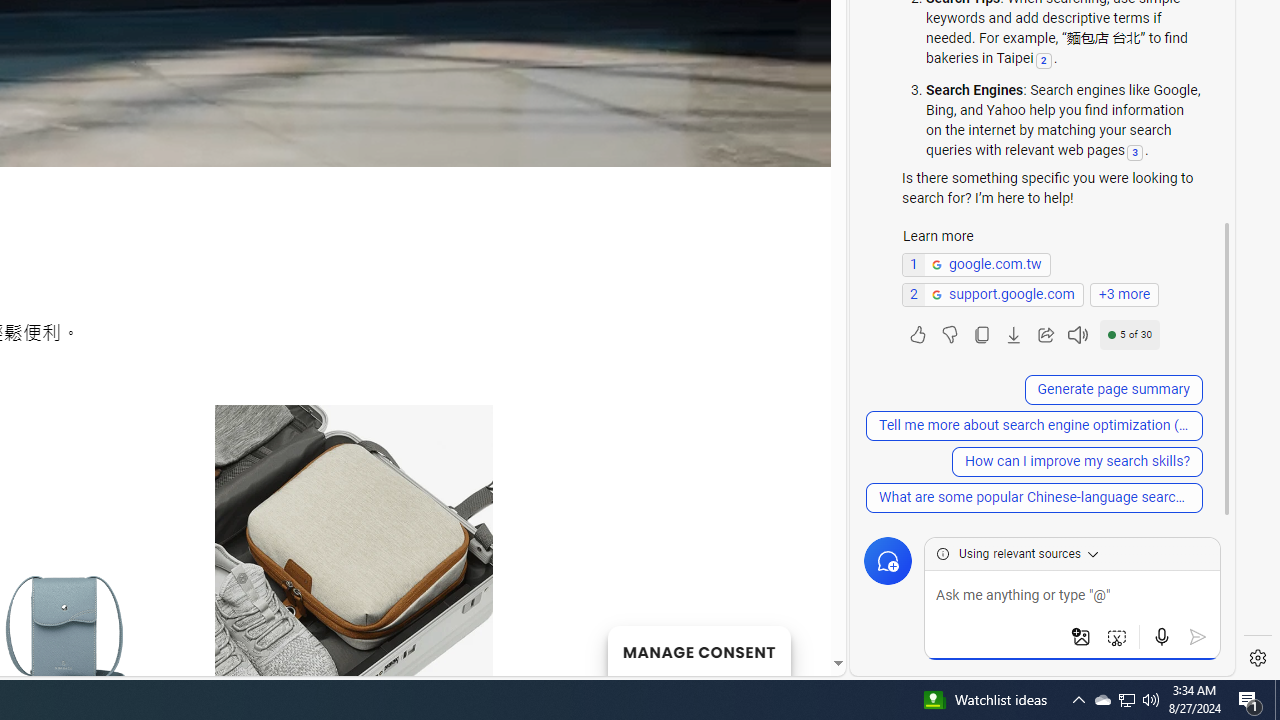  Describe the element at coordinates (698, 650) in the screenshot. I see `'MANAGE CONSENT'` at that location.